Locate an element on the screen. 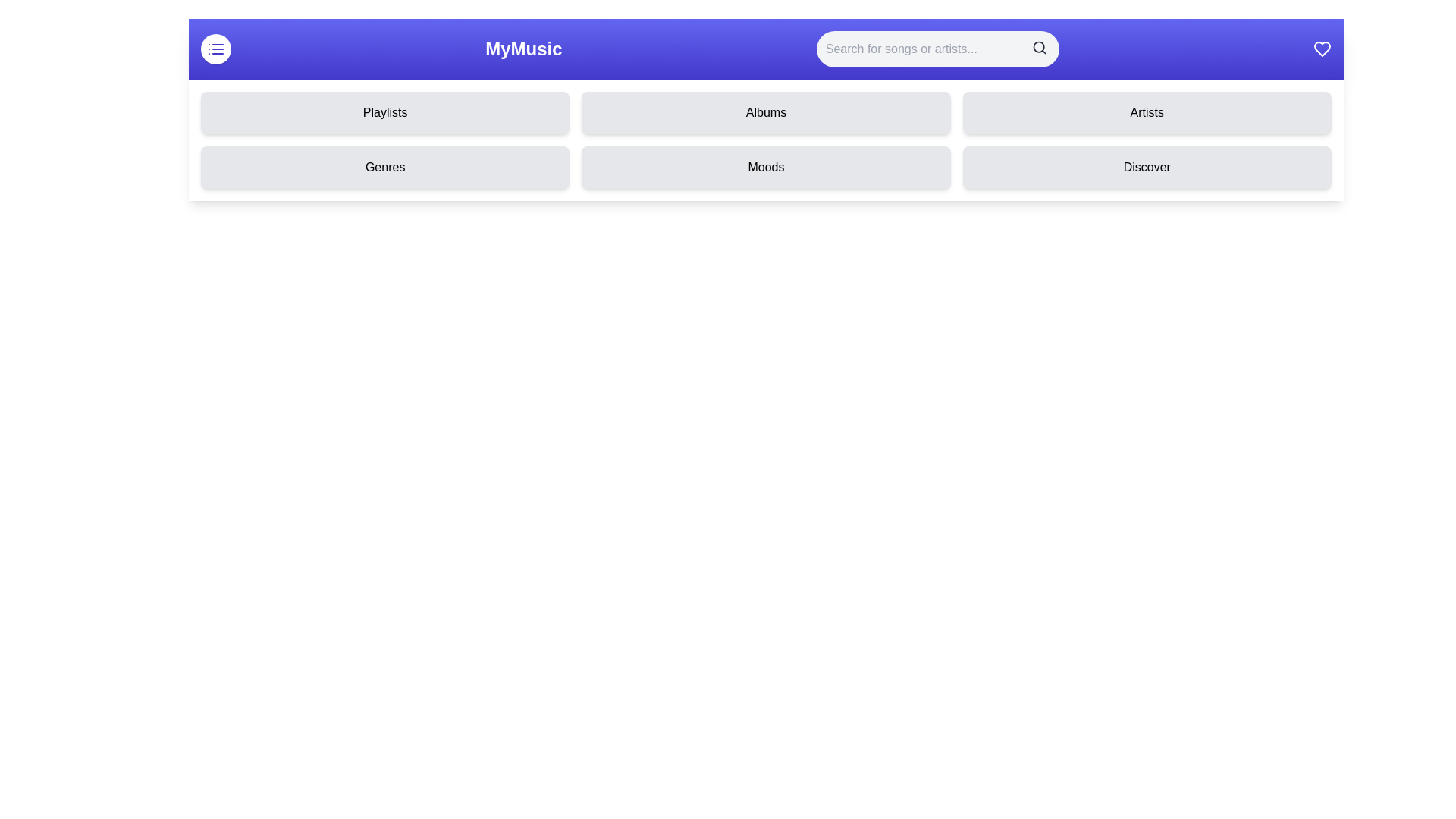  the category Playlists from the menu is located at coordinates (385, 112).